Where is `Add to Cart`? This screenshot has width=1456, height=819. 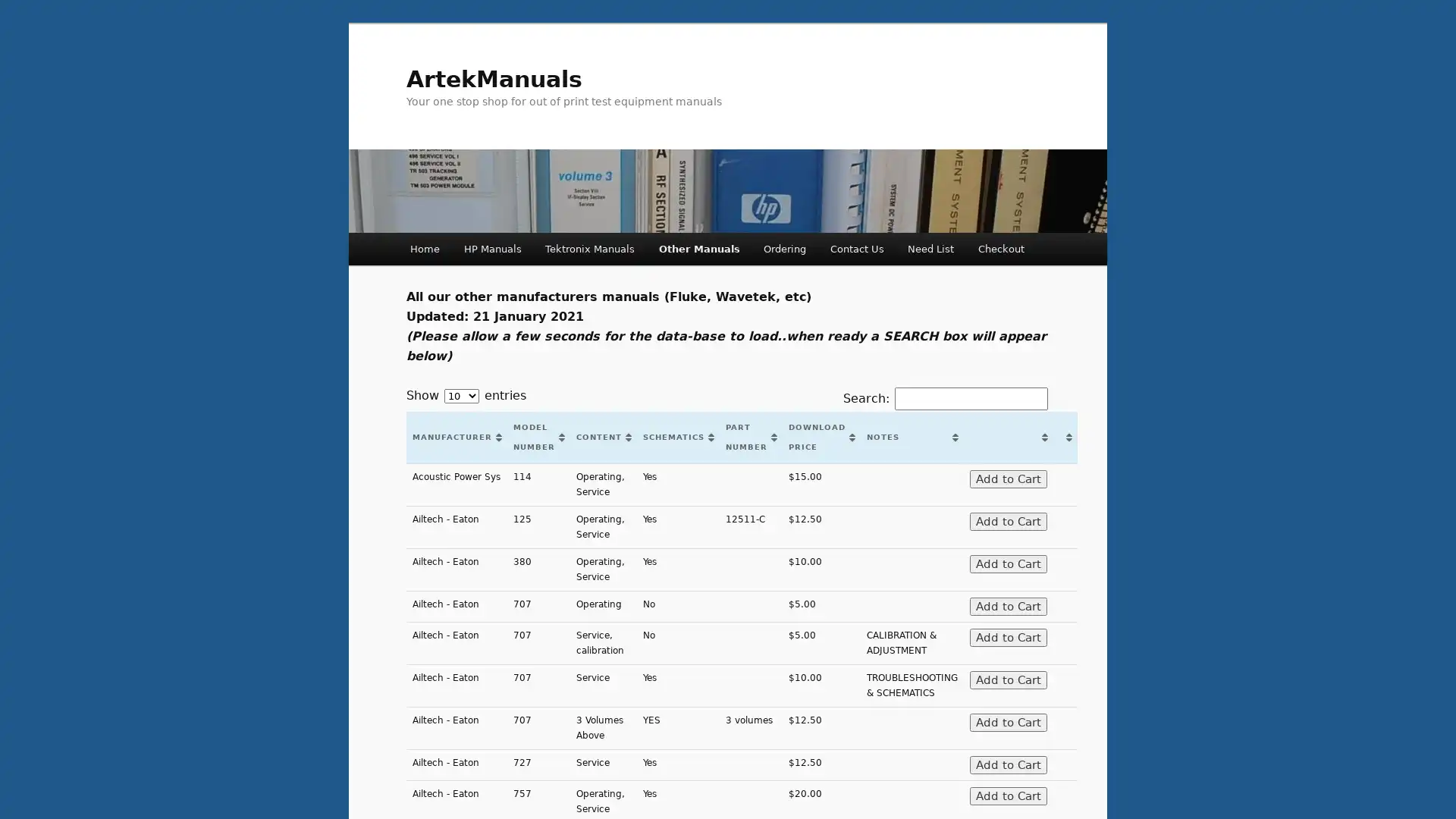 Add to Cart is located at coordinates (1008, 679).